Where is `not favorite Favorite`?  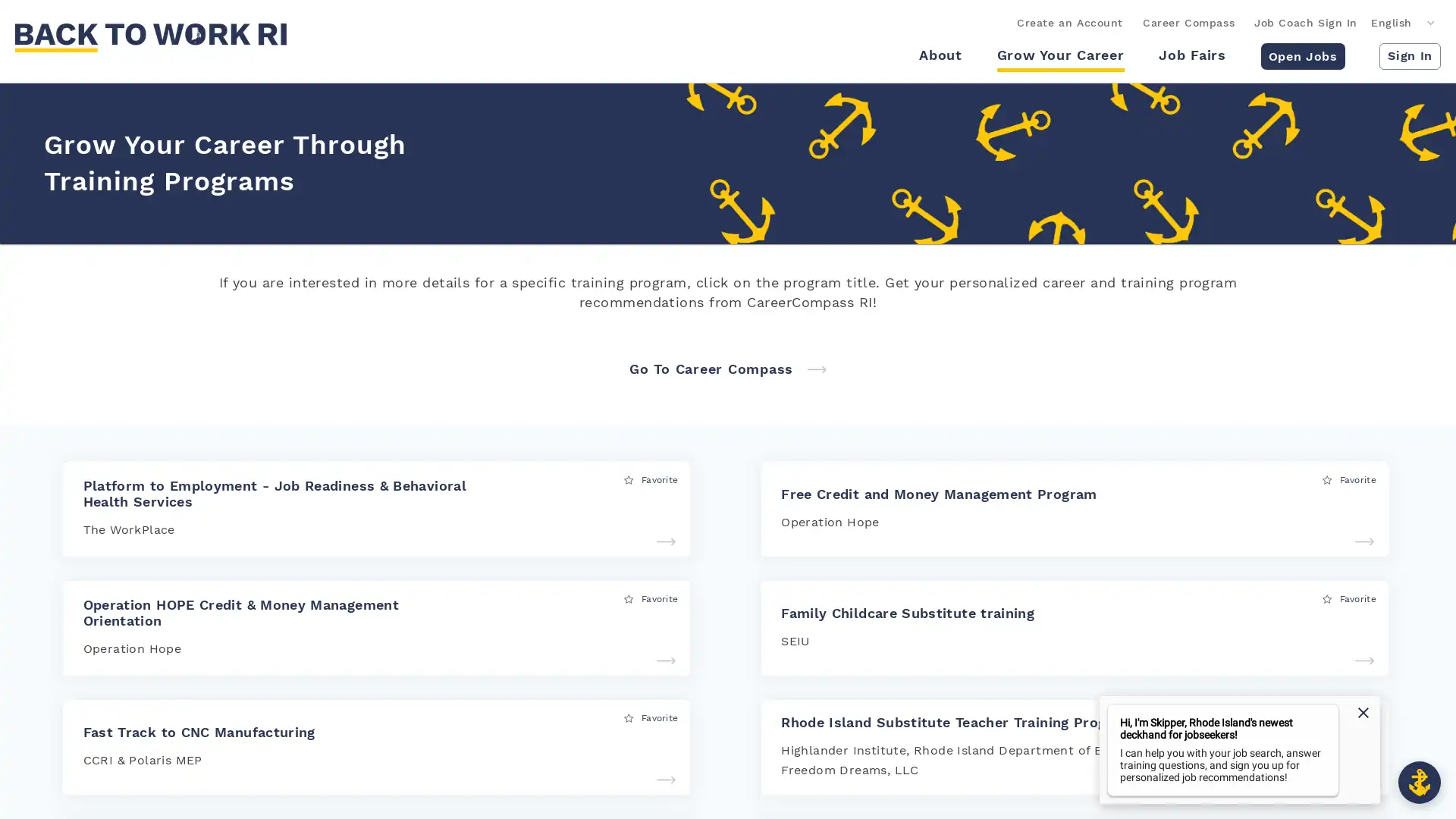 not favorite Favorite is located at coordinates (1349, 598).